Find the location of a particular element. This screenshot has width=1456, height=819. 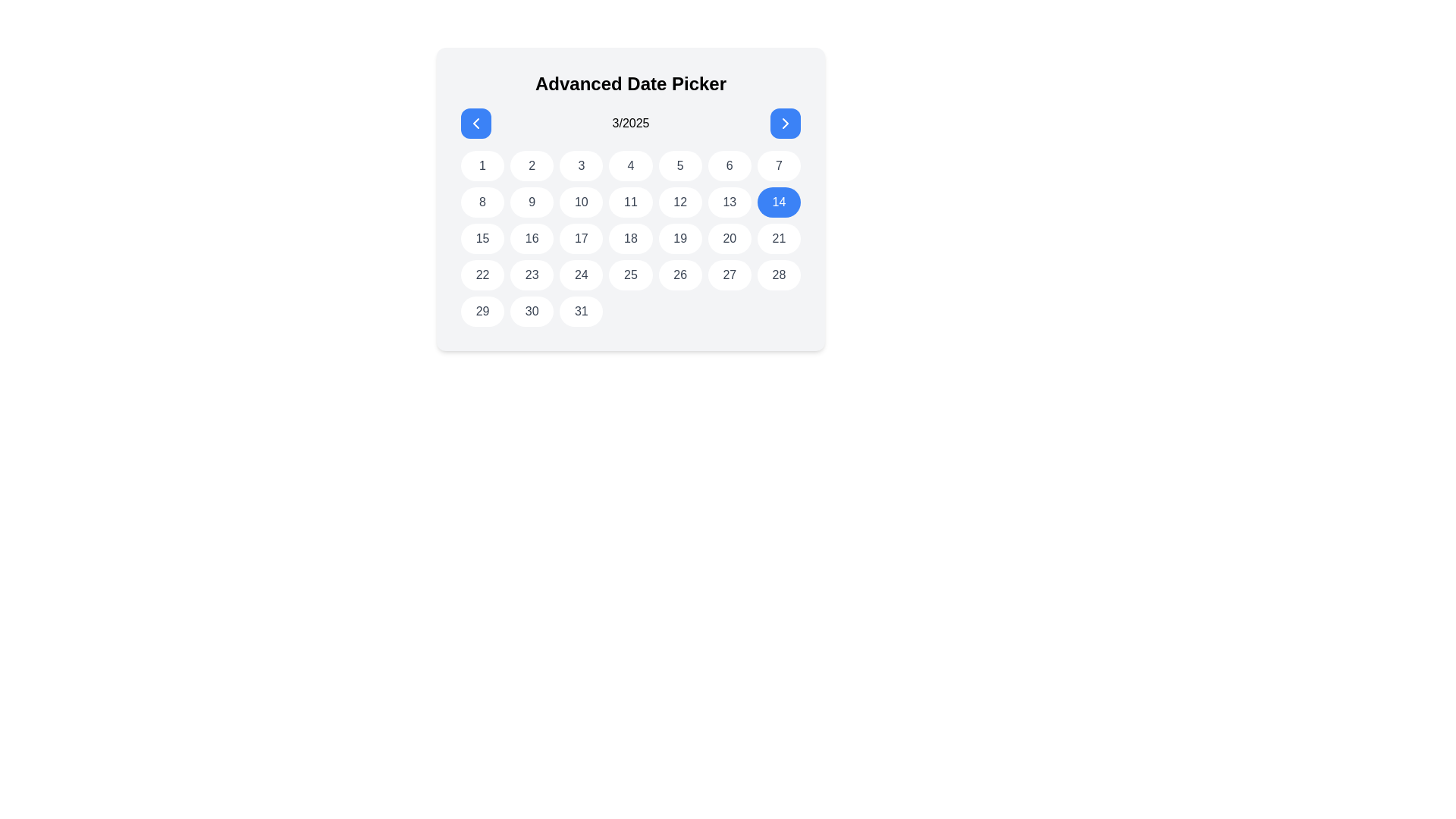

the circular button with a gray number '9' on a white background located in the second row and second column of the calendar grid is located at coordinates (532, 201).